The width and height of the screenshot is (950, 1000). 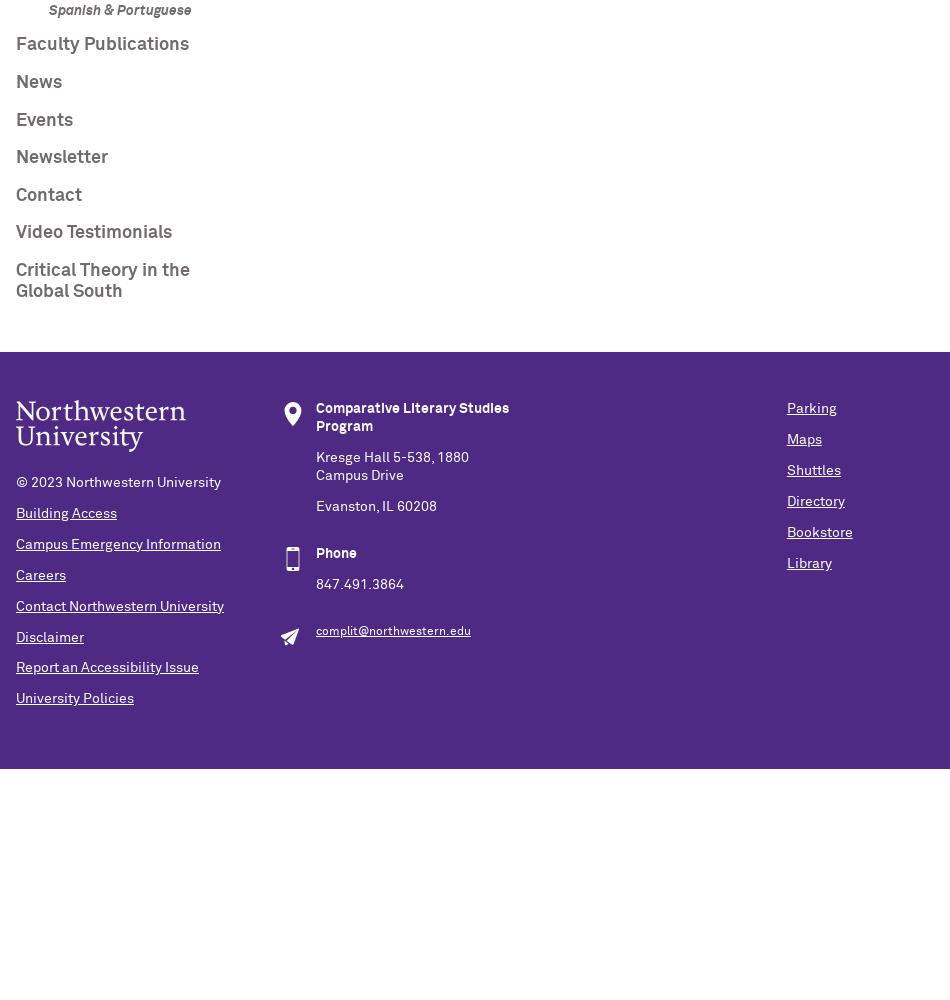 What do you see at coordinates (102, 281) in the screenshot?
I see `'Critical Theory in the Global South'` at bounding box center [102, 281].